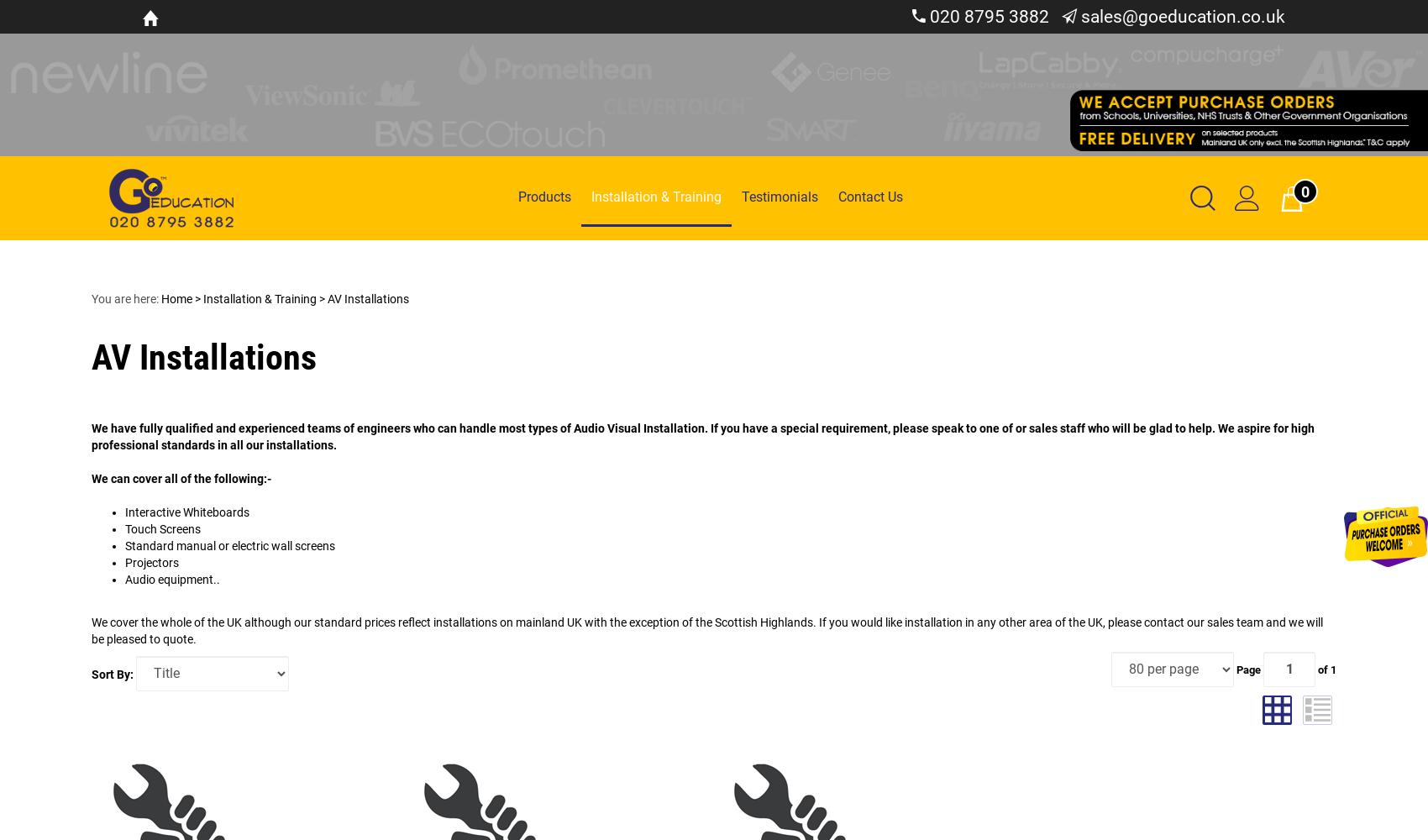 Image resolution: width=1428 pixels, height=840 pixels. What do you see at coordinates (702, 436) in the screenshot?
I see `'We have fully qualified and experienced teams of engineers who can handle most types of Audio Visual Installation. If you have a special requirement, please speak to one of or sales staff who will be glad to help. We aspire for high professional standards in all our installations.'` at bounding box center [702, 436].